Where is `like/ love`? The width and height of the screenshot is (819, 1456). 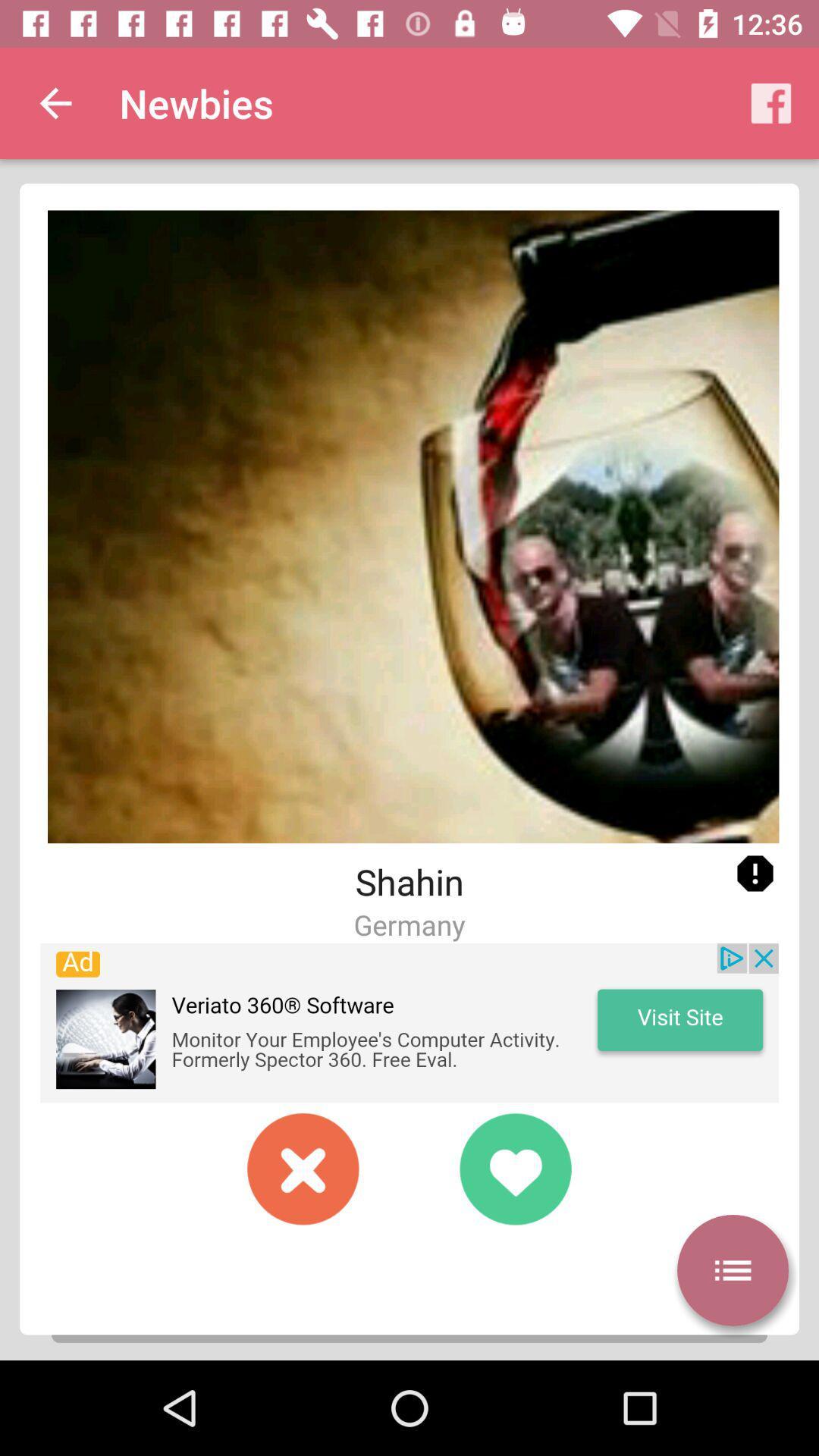 like/ love is located at coordinates (514, 1168).